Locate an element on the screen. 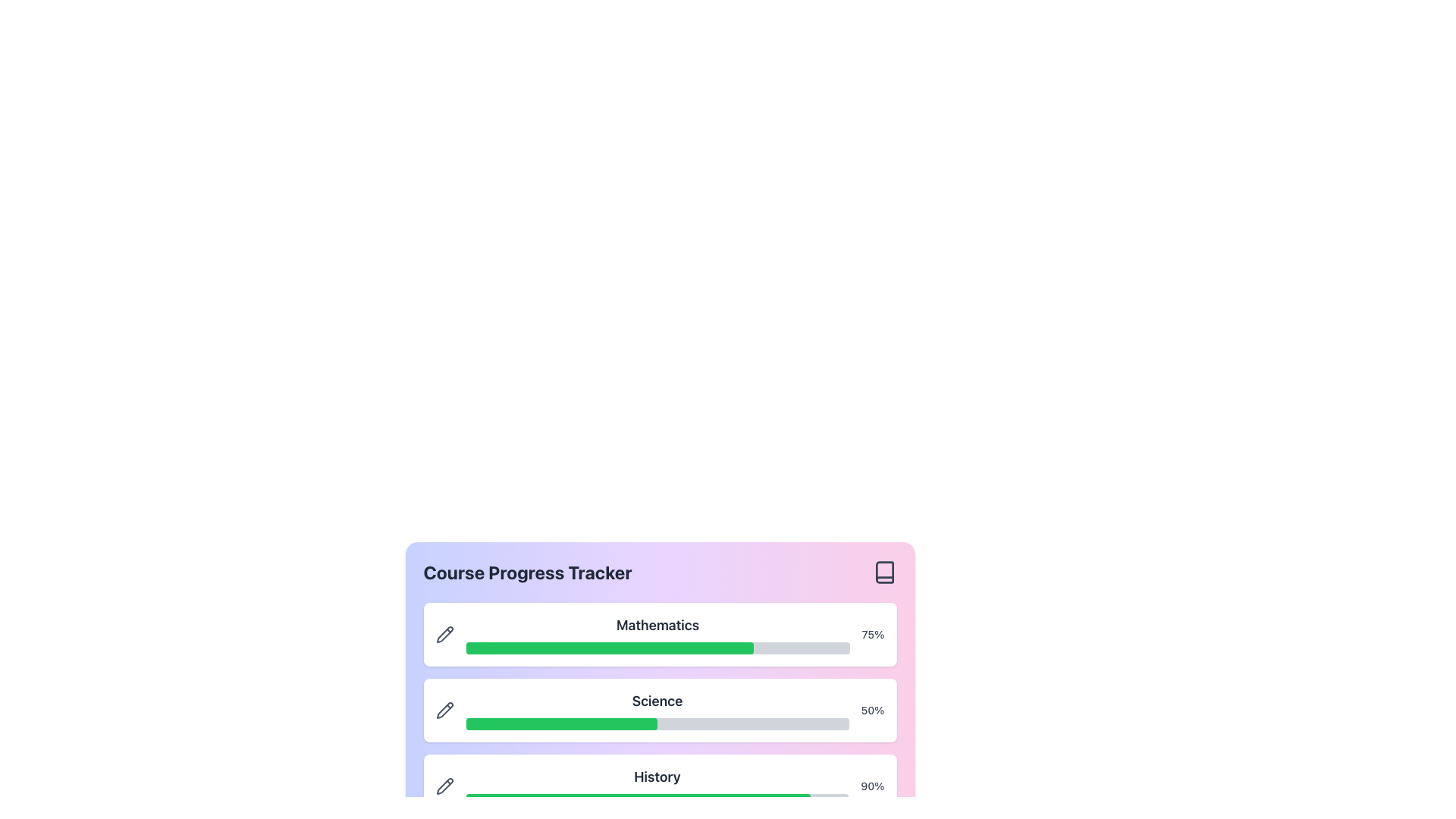 The image size is (1456, 819). the book icon located in the top-right corner of the 'Course Progress Tracker' module is located at coordinates (884, 573).